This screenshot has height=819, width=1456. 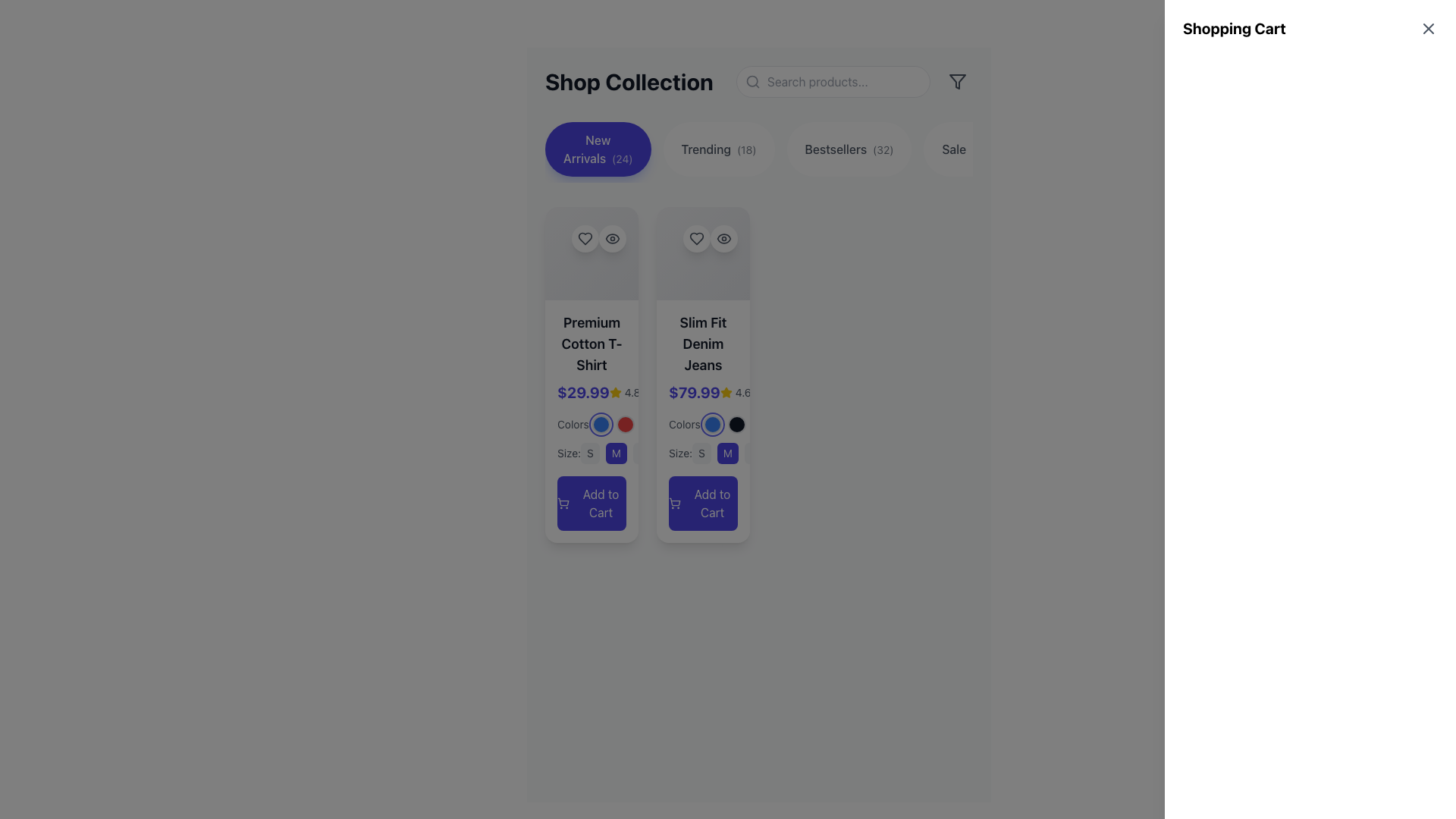 I want to click on the eye icon button located in the right card of the product list under the 'Shop Collection' section, so click(x=612, y=239).